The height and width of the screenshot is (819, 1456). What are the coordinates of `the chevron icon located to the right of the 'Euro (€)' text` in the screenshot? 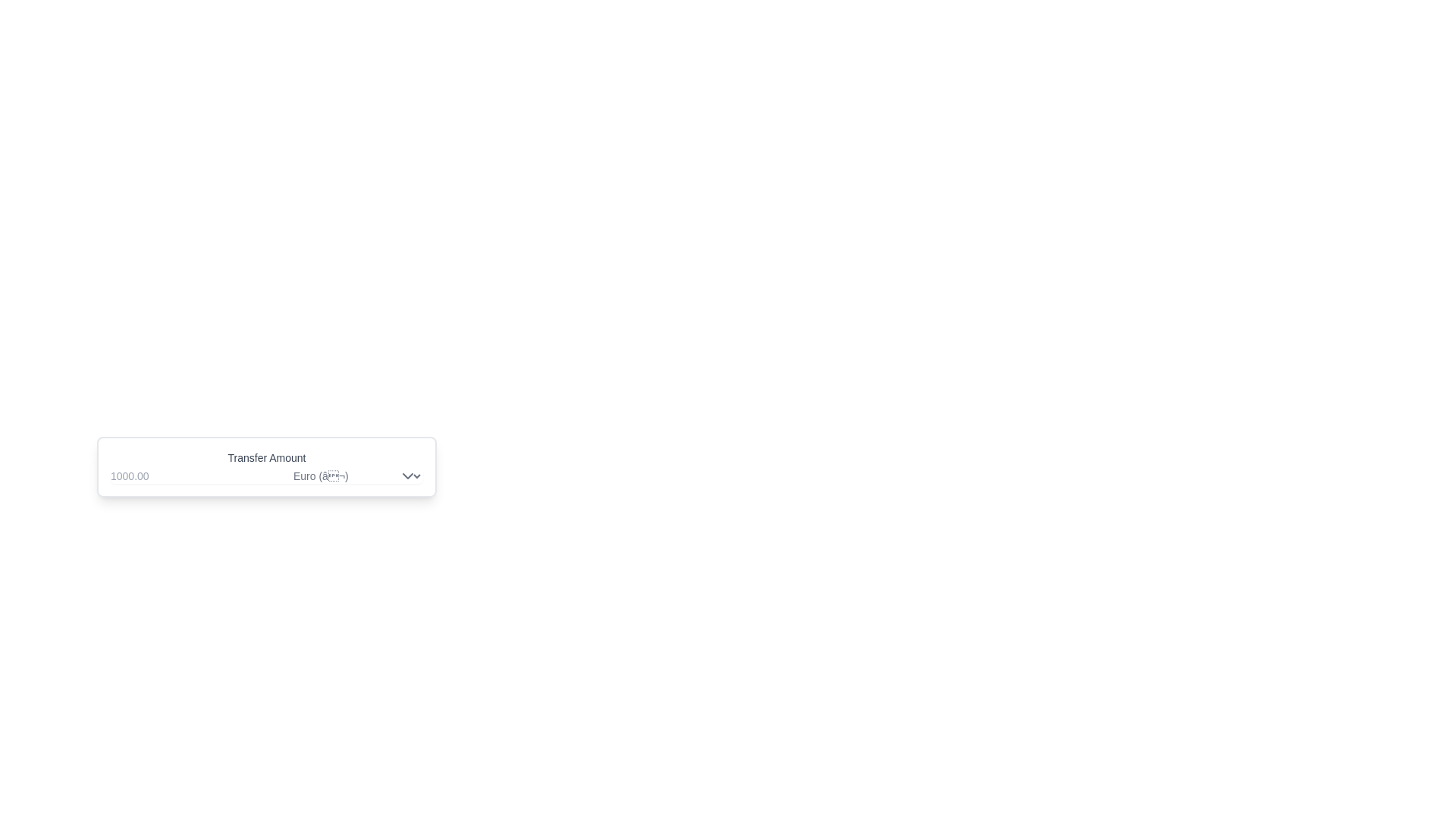 It's located at (407, 475).